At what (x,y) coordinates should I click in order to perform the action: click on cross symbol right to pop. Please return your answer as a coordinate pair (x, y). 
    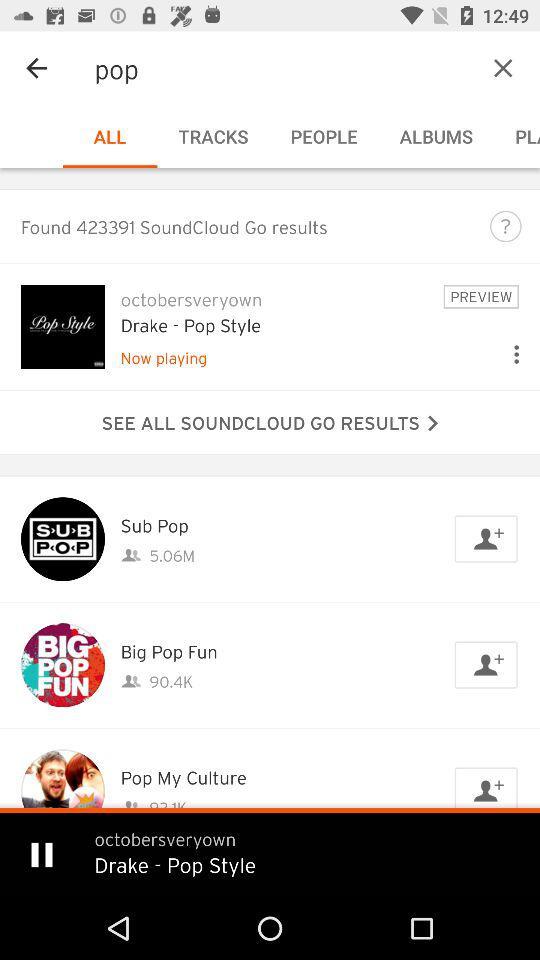
    Looking at the image, I should click on (472, 68).